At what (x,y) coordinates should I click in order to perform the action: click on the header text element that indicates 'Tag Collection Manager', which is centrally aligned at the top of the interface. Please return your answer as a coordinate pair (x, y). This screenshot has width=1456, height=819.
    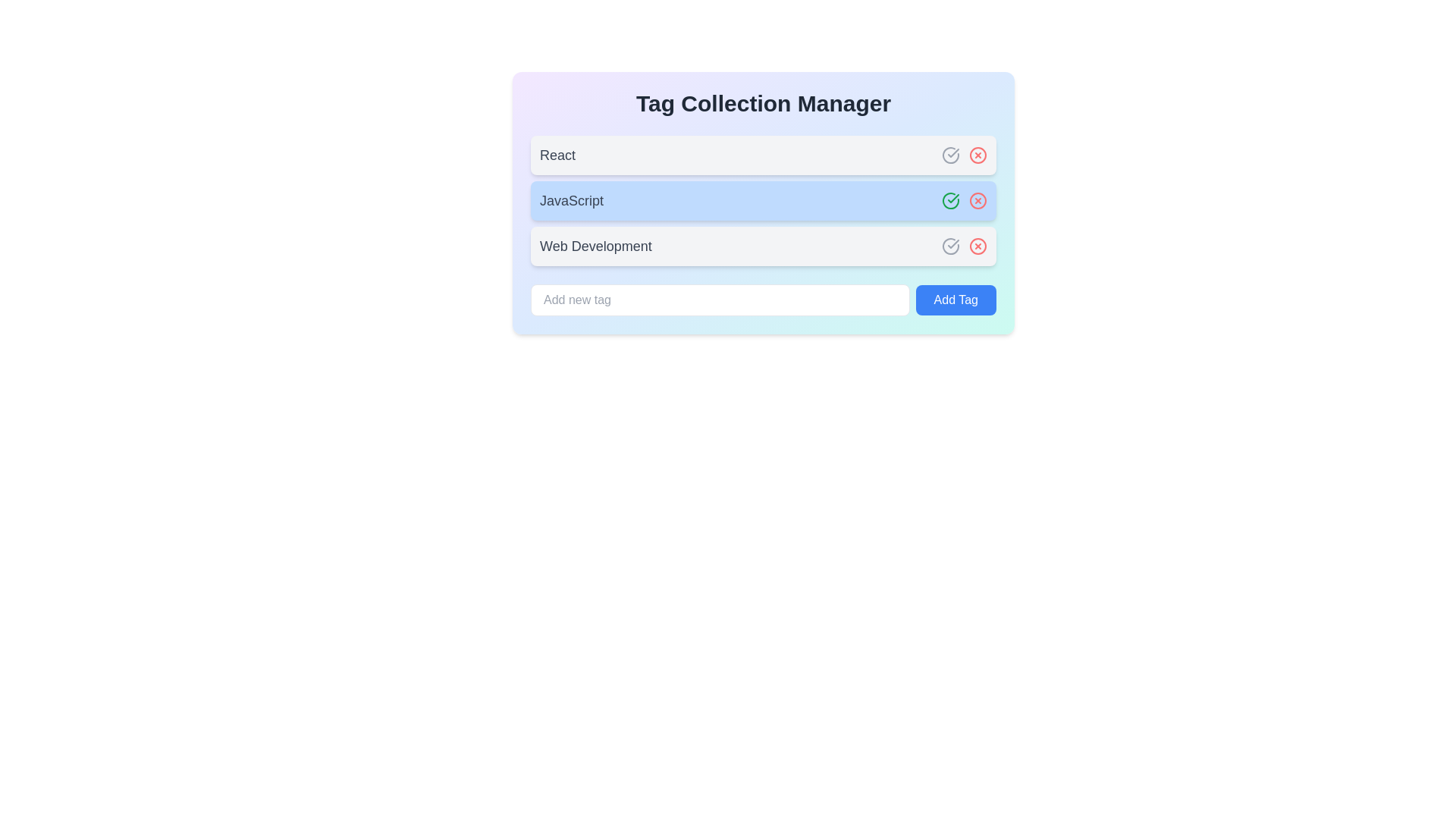
    Looking at the image, I should click on (764, 103).